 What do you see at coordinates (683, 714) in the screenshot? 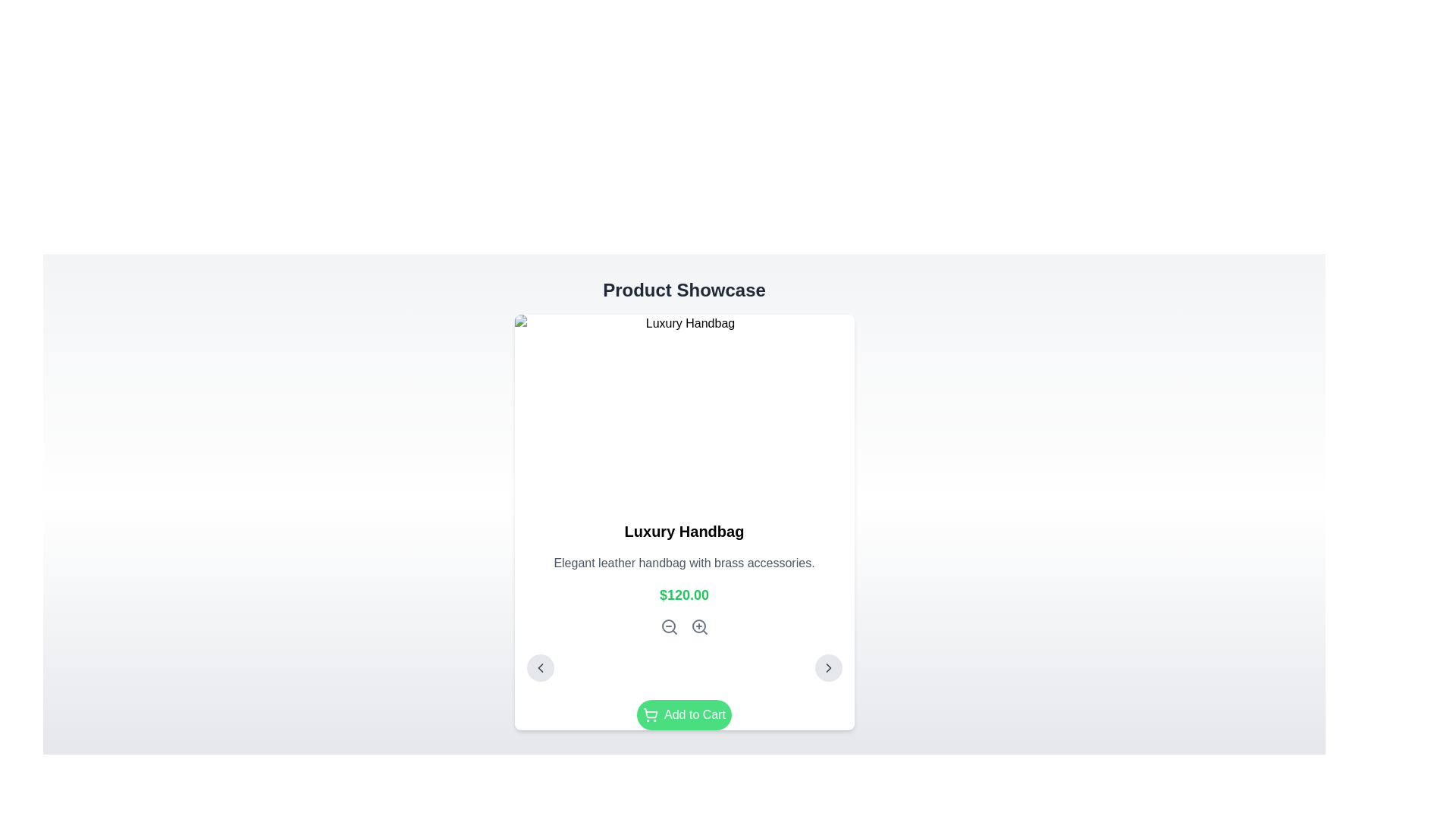
I see `the 'Add to Cart' button located at the bottom center of the product card layout` at bounding box center [683, 714].